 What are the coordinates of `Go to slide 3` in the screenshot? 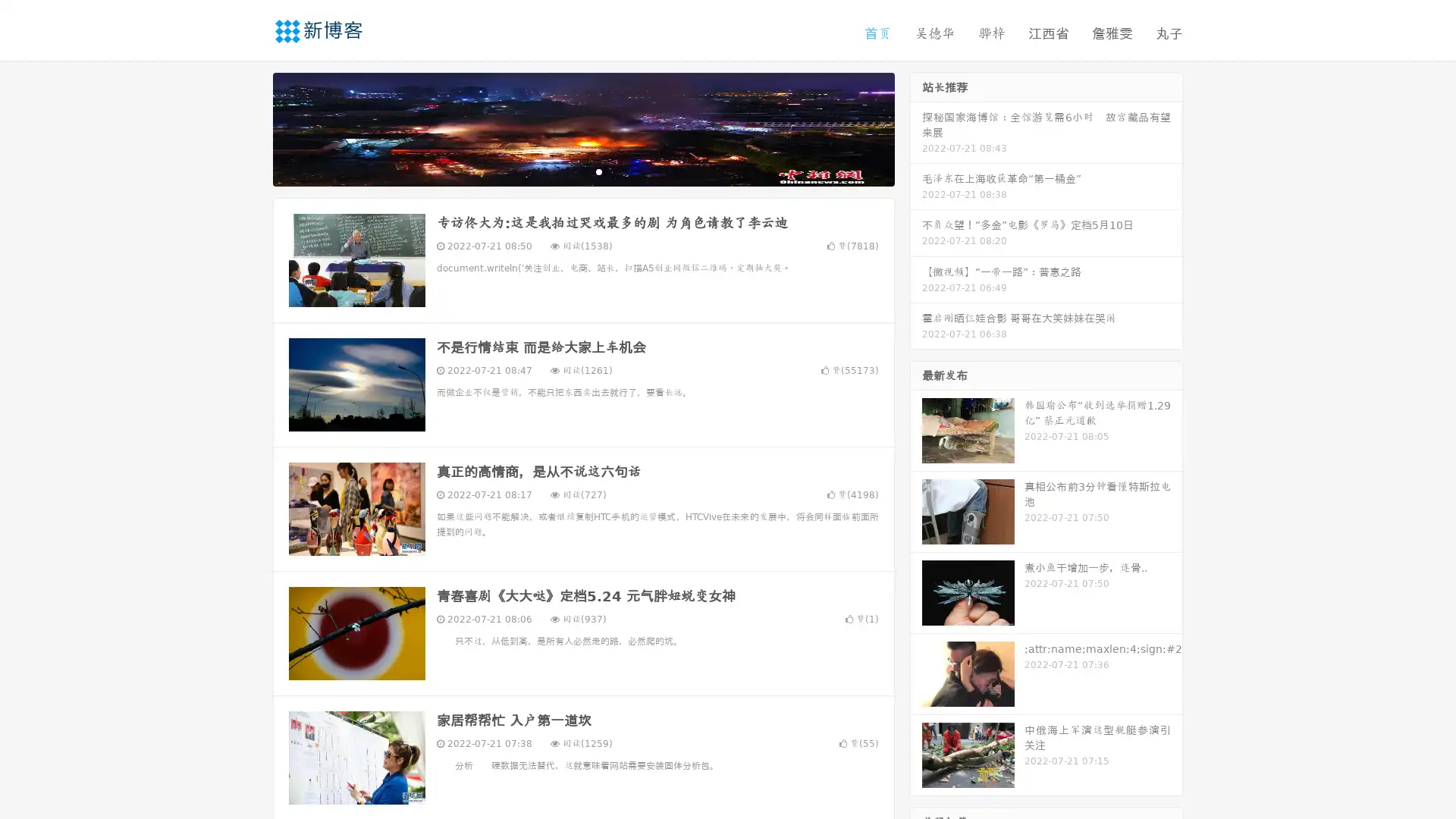 It's located at (598, 171).